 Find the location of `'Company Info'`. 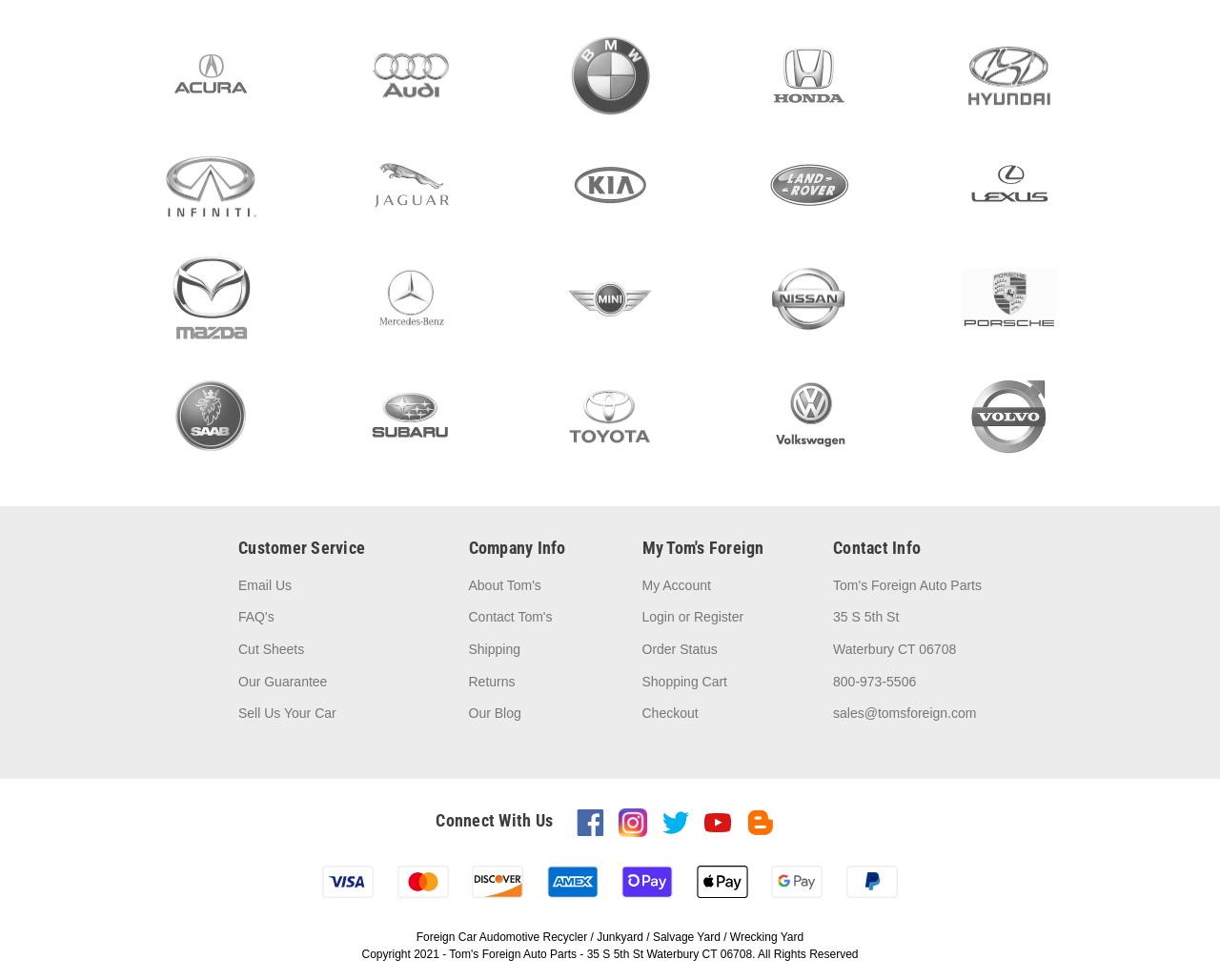

'Company Info' is located at coordinates (516, 546).